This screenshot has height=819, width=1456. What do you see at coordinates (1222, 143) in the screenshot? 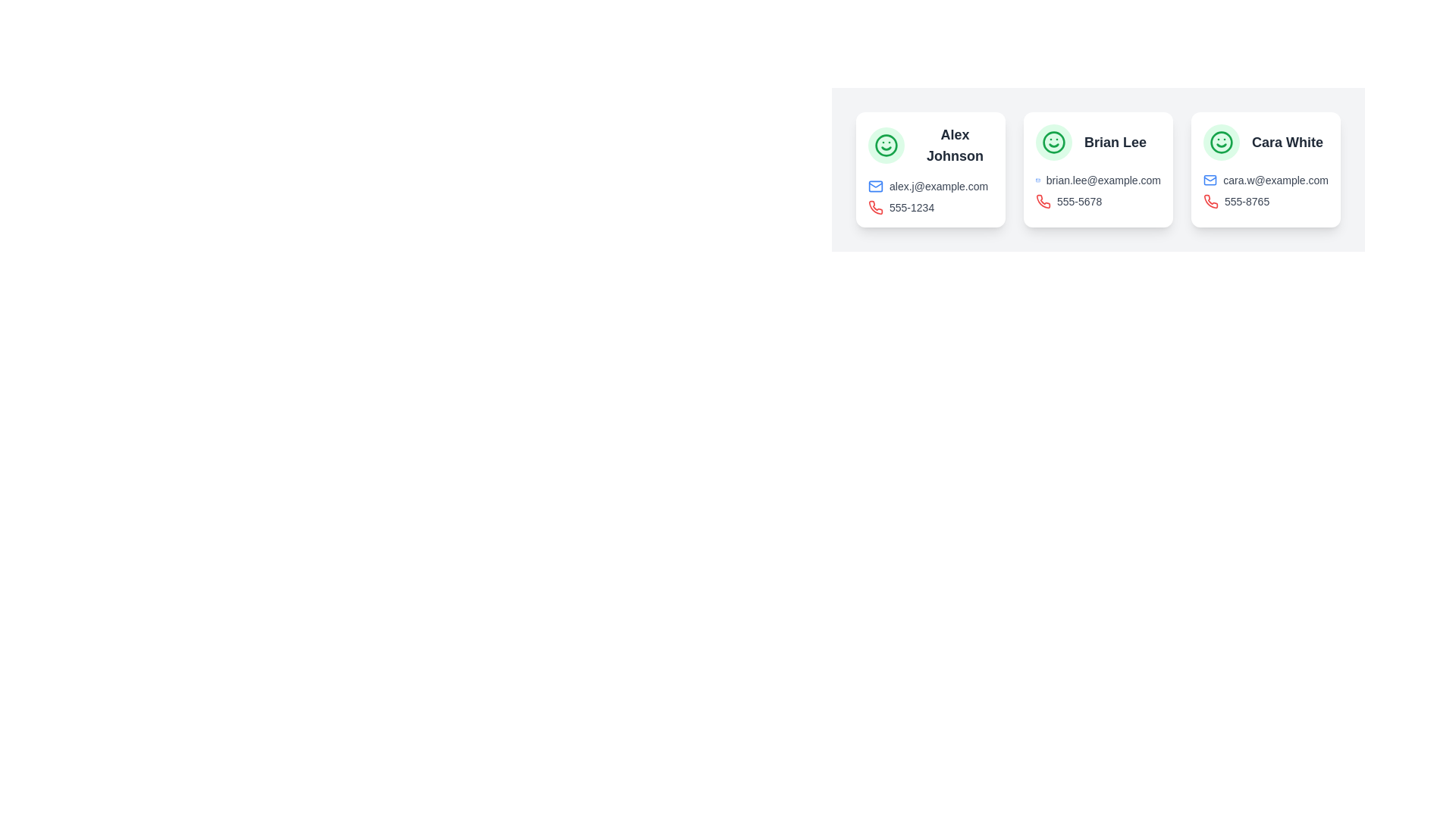
I see `the circular border element representing part of the smiley face icon located at the top-left corner of the 'Cara White' contact card` at bounding box center [1222, 143].